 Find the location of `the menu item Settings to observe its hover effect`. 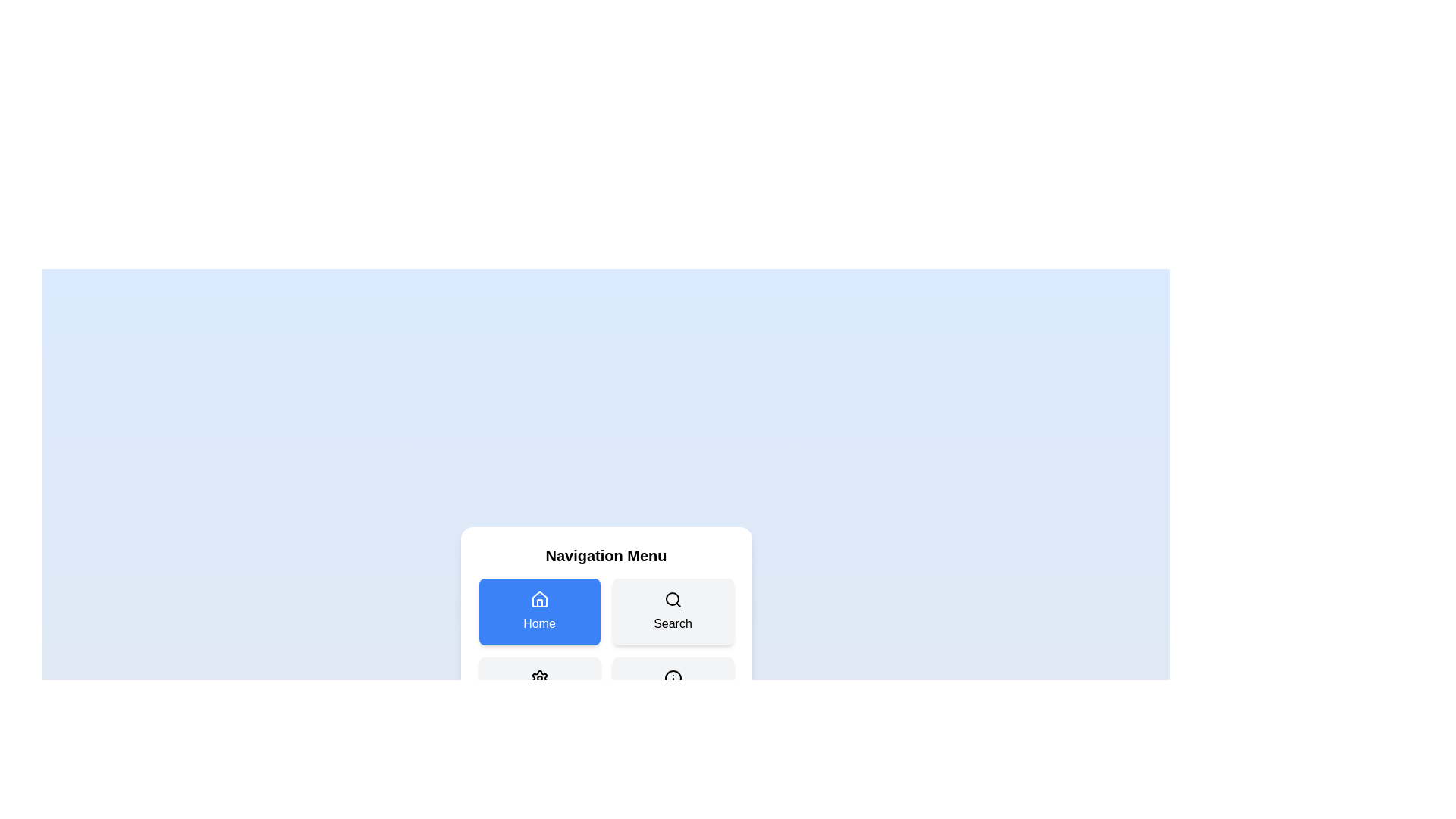

the menu item Settings to observe its hover effect is located at coordinates (539, 690).